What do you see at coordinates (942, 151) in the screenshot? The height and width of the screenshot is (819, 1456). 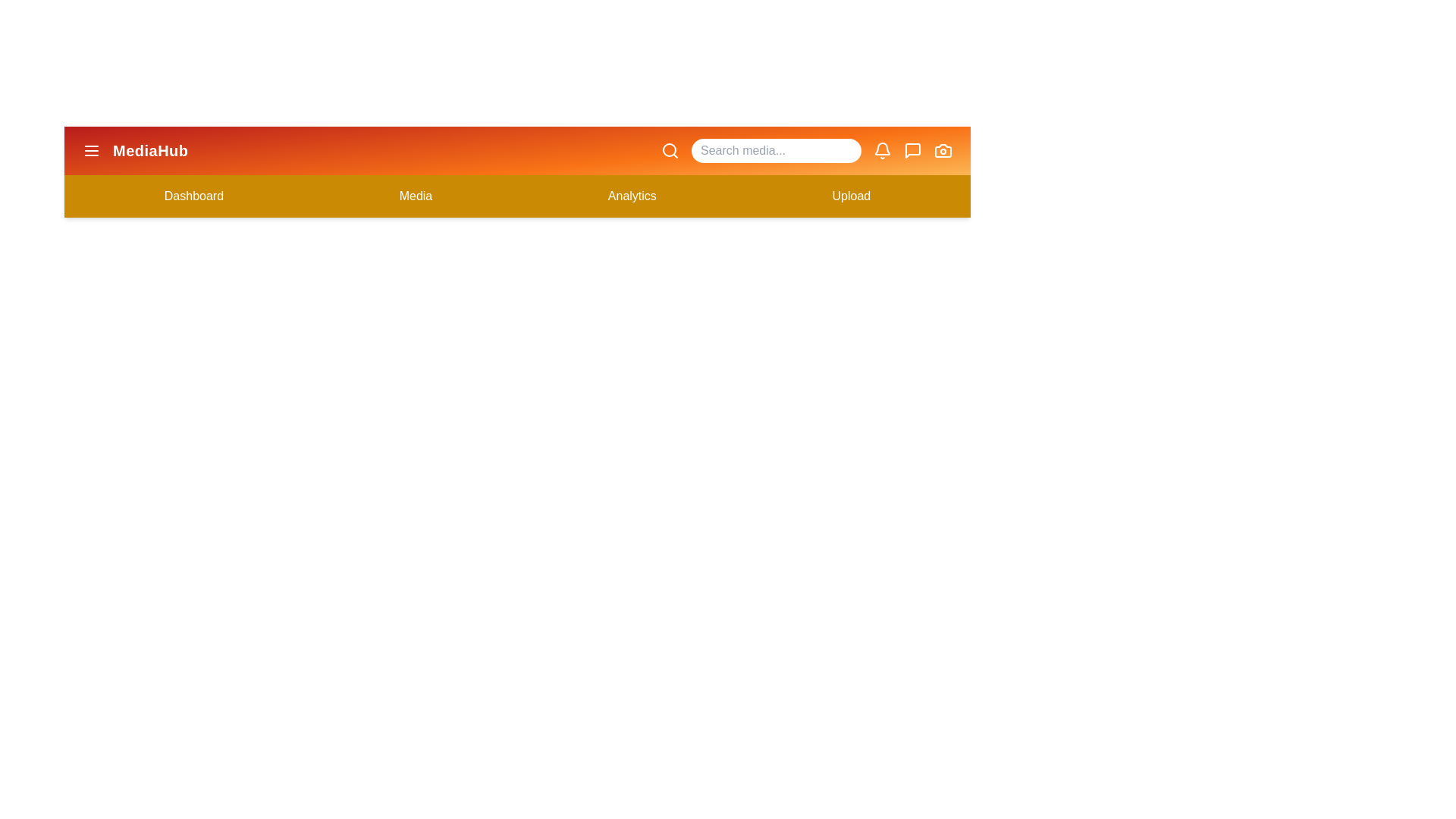 I see `the camera icon to trigger its associated functionality` at bounding box center [942, 151].